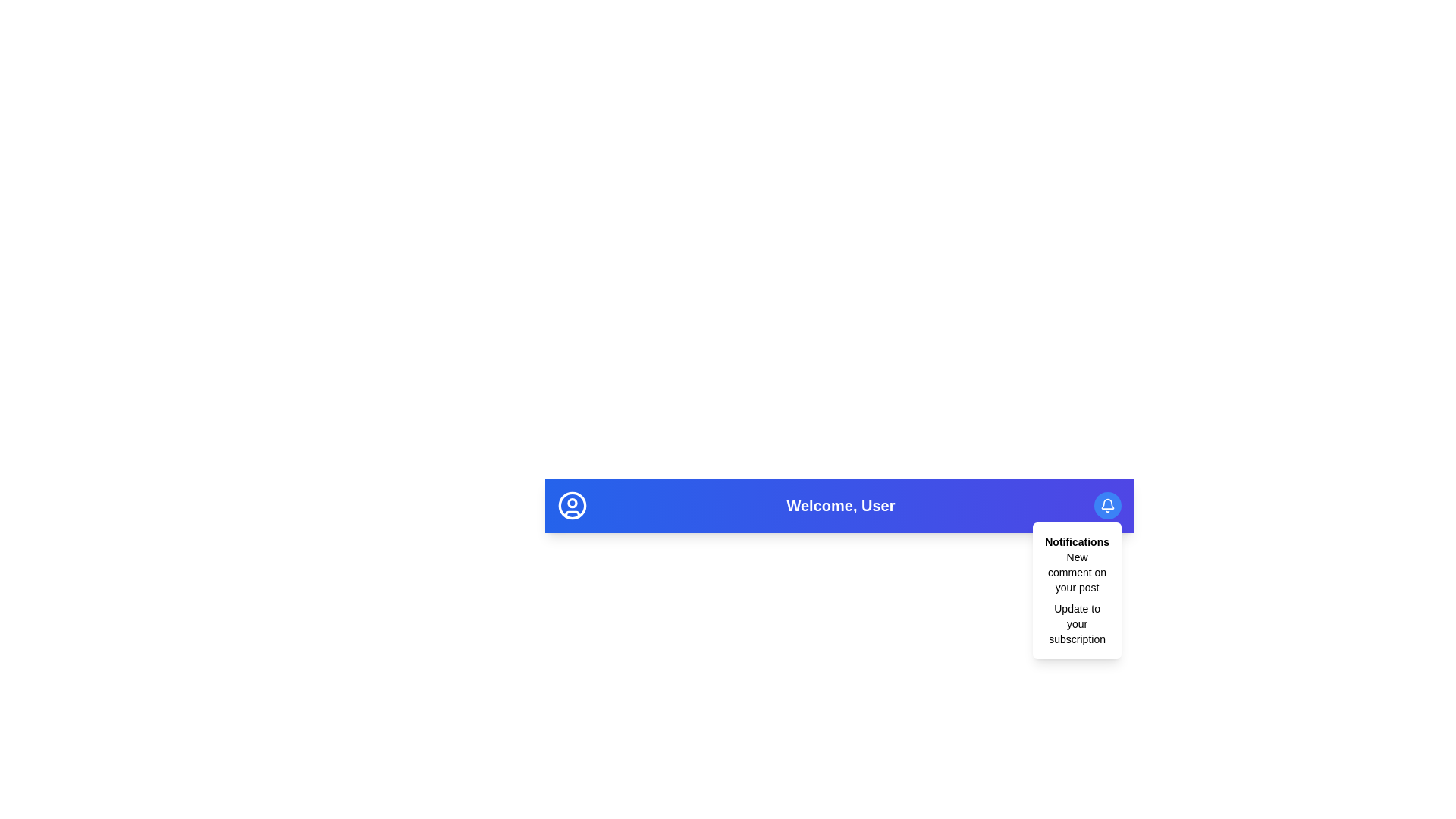 This screenshot has height=819, width=1456. I want to click on the circular blue button with a white bell icon located on the far right of the horizontal bar, so click(1107, 506).